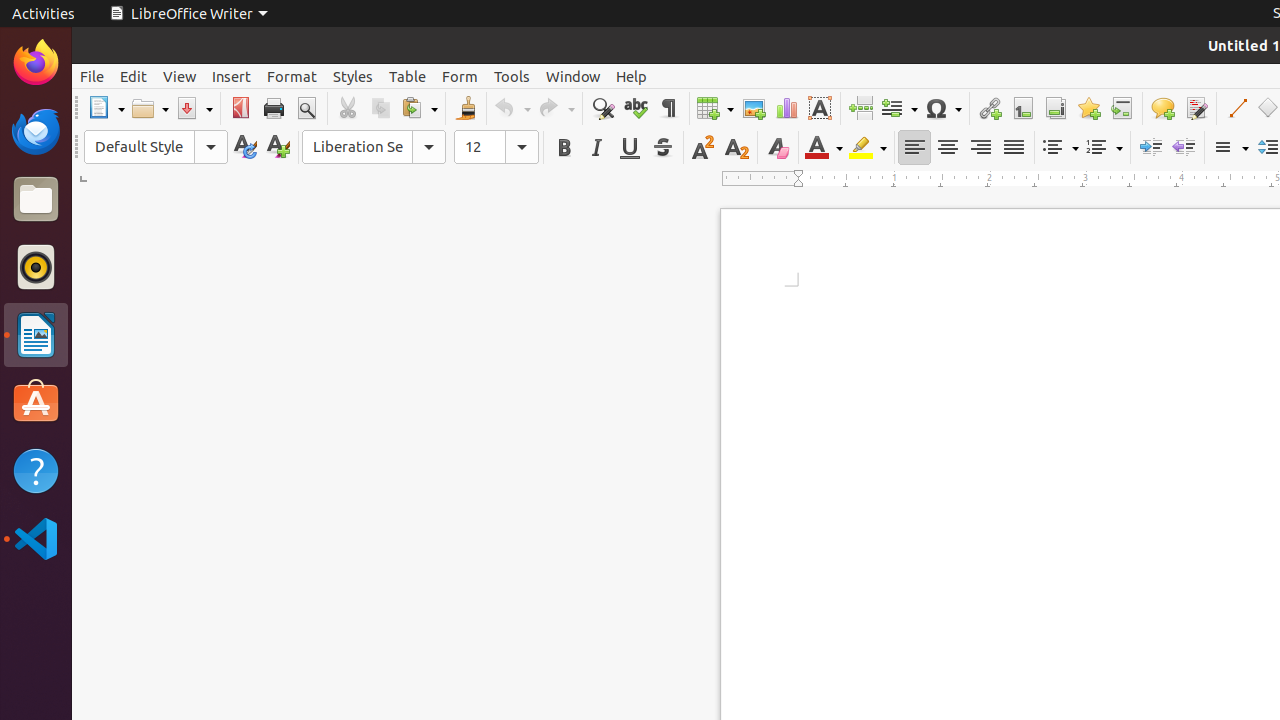 The width and height of the screenshot is (1280, 720). I want to click on 'Bold', so click(562, 146).